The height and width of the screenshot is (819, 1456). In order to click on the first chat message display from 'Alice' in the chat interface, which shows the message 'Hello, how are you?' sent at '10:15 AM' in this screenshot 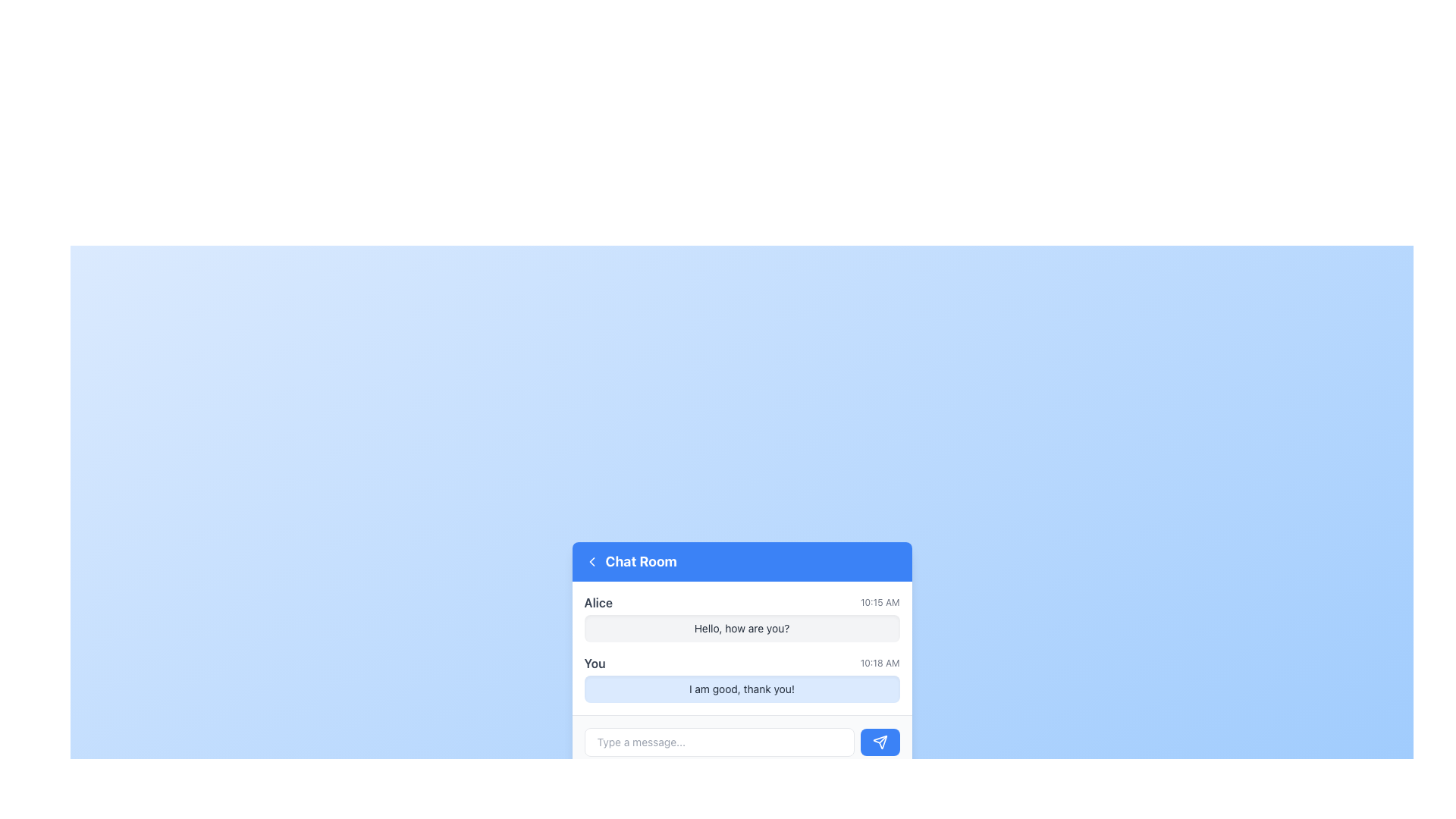, I will do `click(742, 617)`.